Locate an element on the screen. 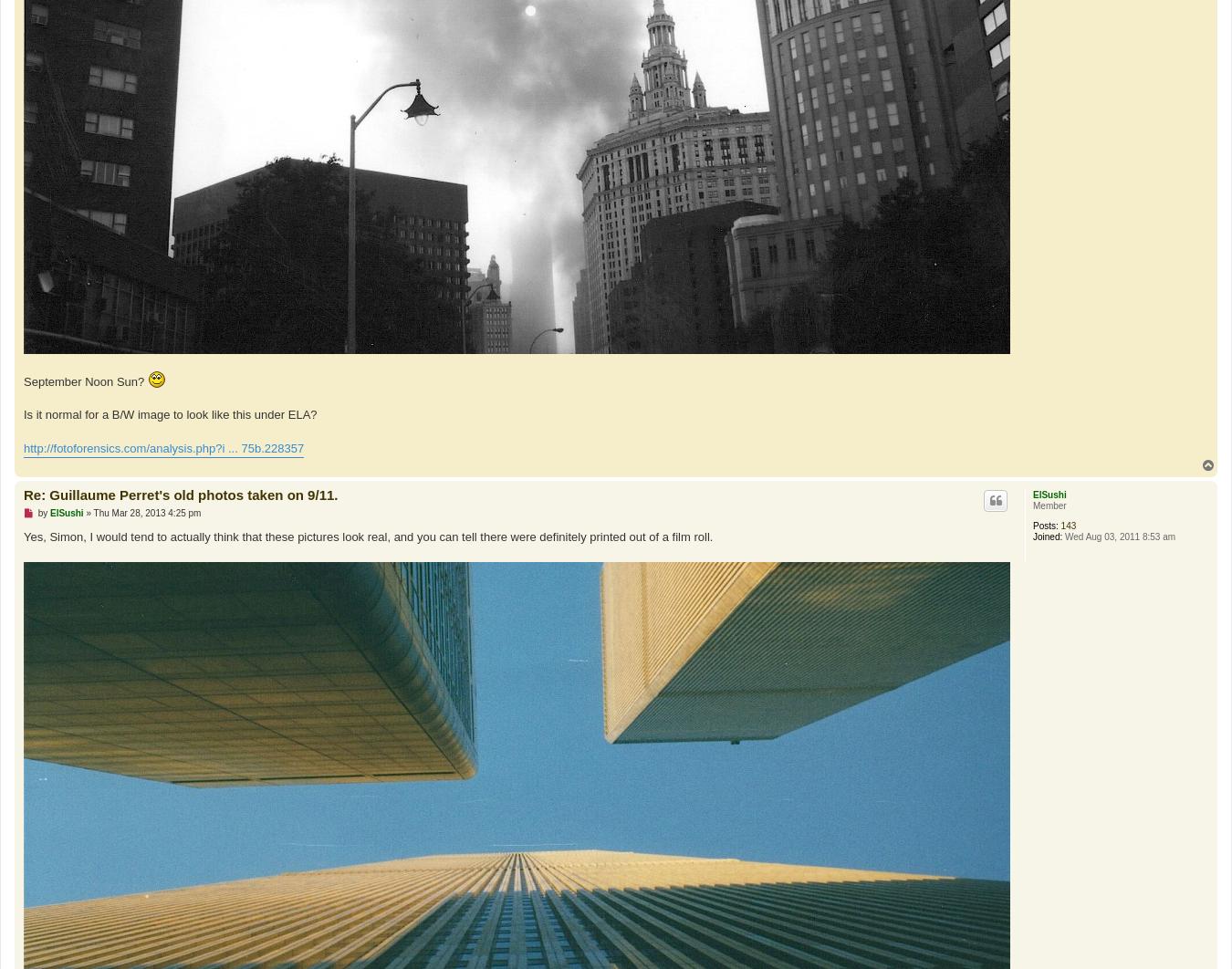 The image size is (1232, 969). 'September Noon Sun?' is located at coordinates (84, 380).